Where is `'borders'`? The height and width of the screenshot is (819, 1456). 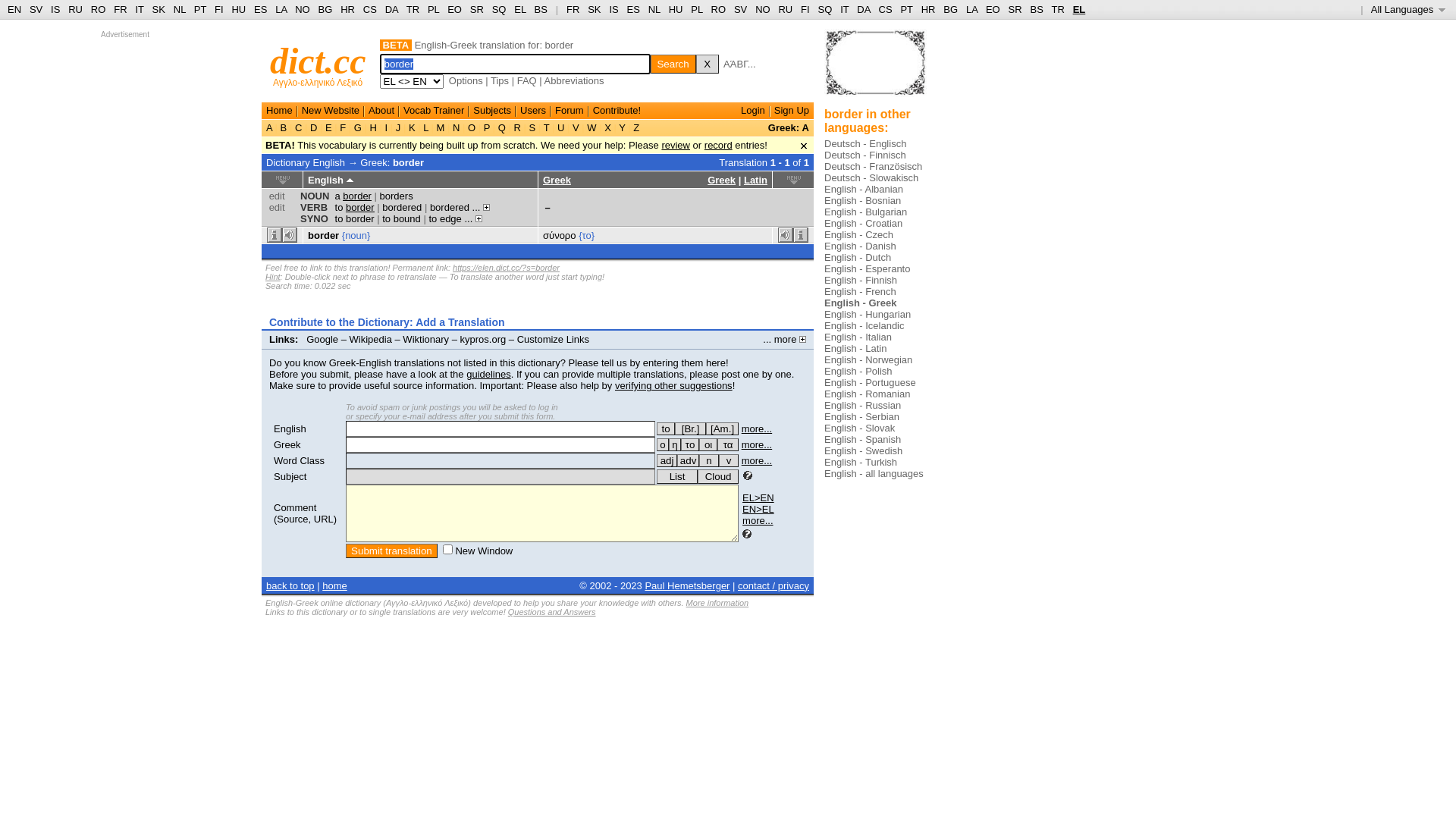
'borders' is located at coordinates (379, 195).